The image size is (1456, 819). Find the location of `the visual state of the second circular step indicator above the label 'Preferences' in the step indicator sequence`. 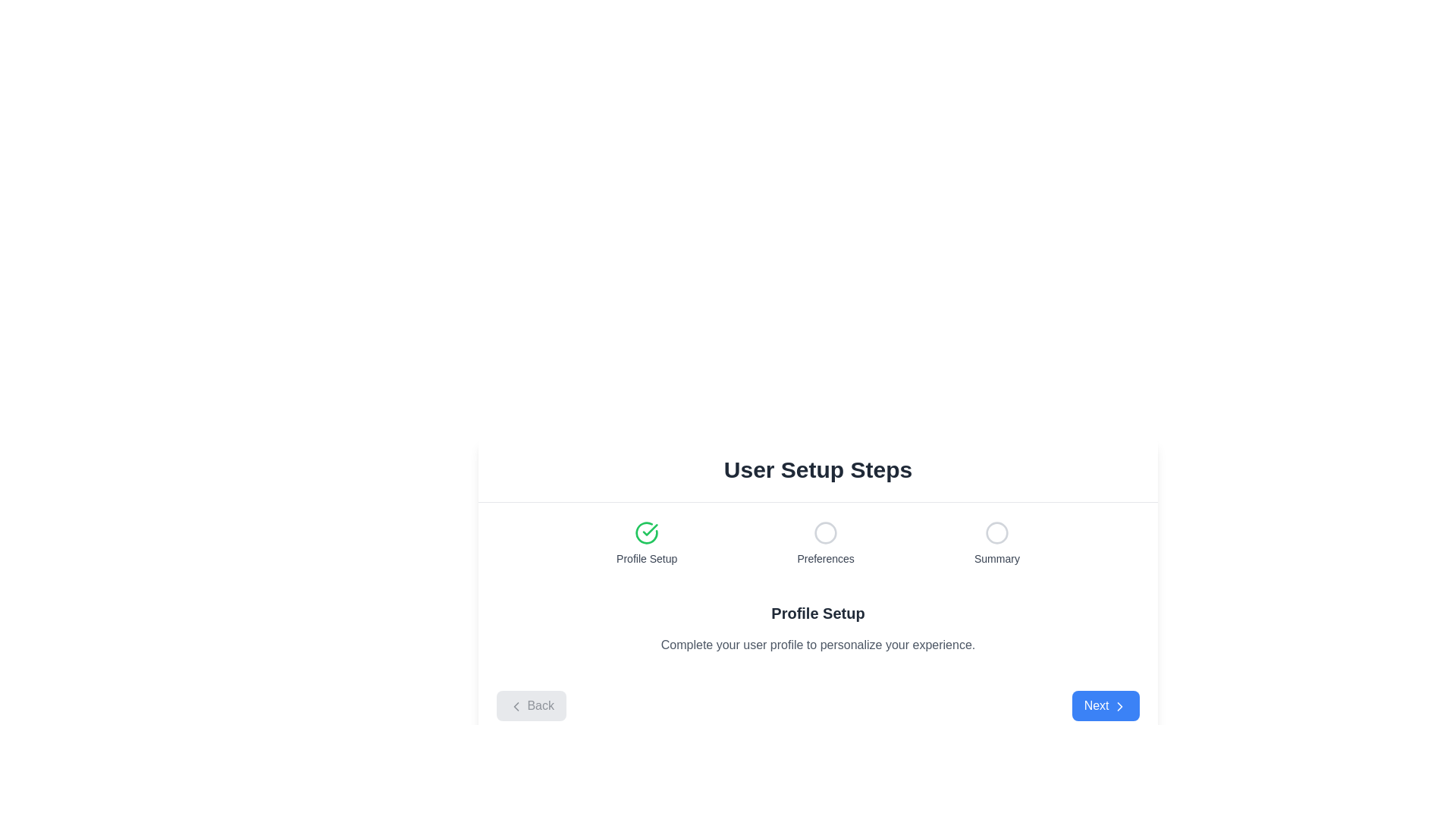

the visual state of the second circular step indicator above the label 'Preferences' in the step indicator sequence is located at coordinates (825, 543).